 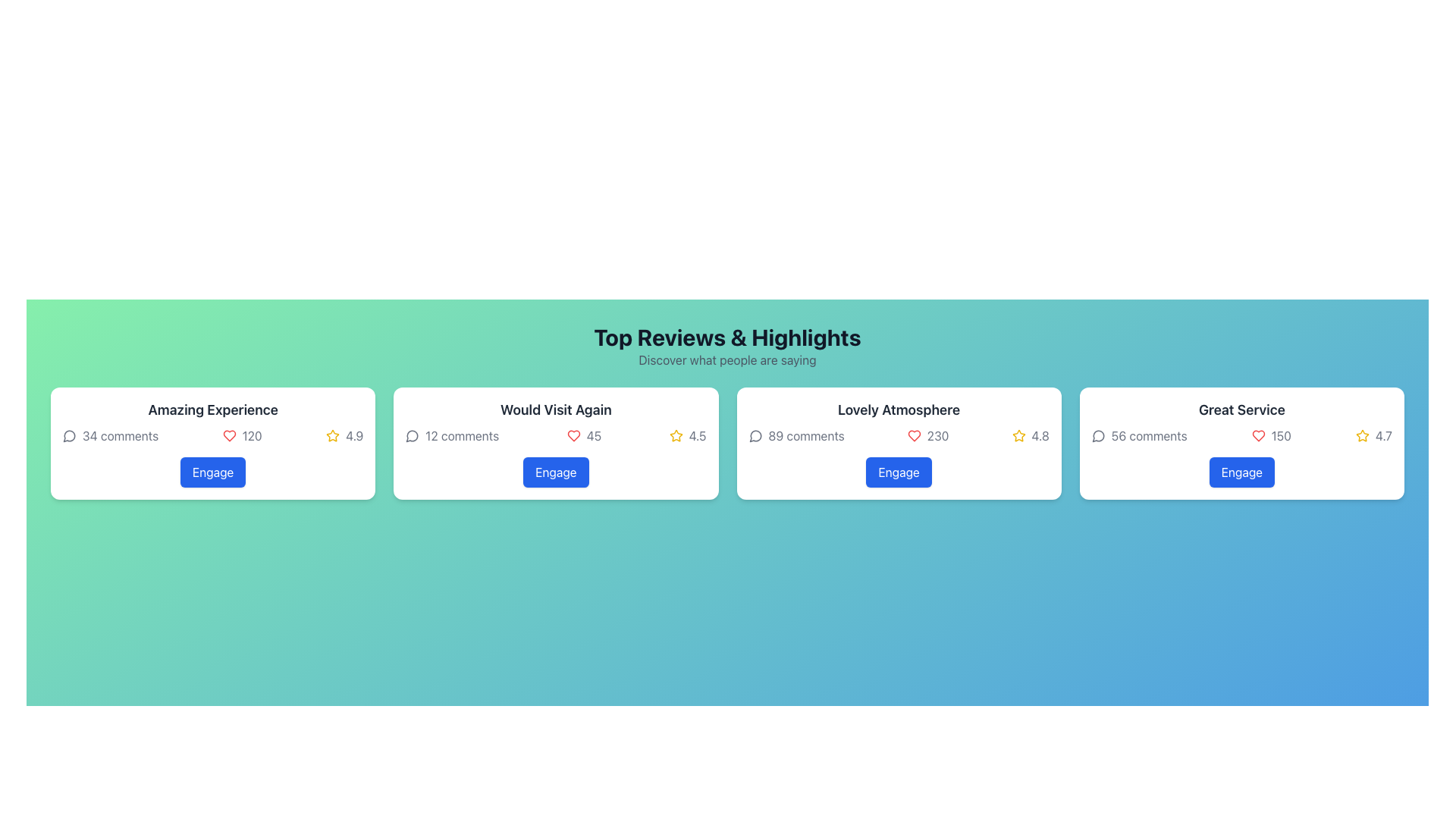 What do you see at coordinates (1149, 435) in the screenshot?
I see `the text label that displays the number of comments related to the 'Great Service' review, located under the title in the 'Great Service' card` at bounding box center [1149, 435].